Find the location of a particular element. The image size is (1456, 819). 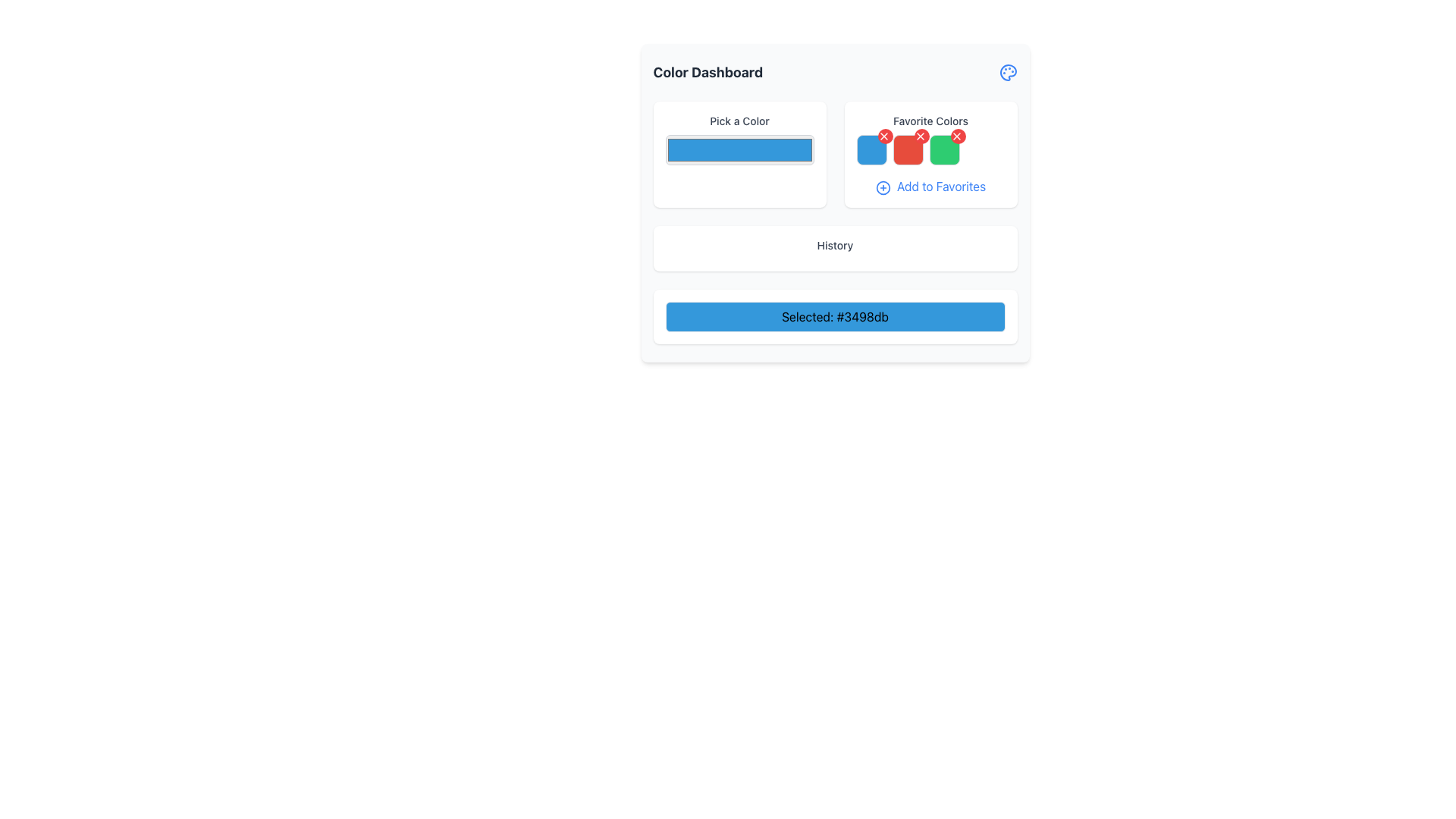

the Delete Button Icon located inside the favorites section of the dashboard, positioned over the blue color card in the first position is located at coordinates (883, 136).